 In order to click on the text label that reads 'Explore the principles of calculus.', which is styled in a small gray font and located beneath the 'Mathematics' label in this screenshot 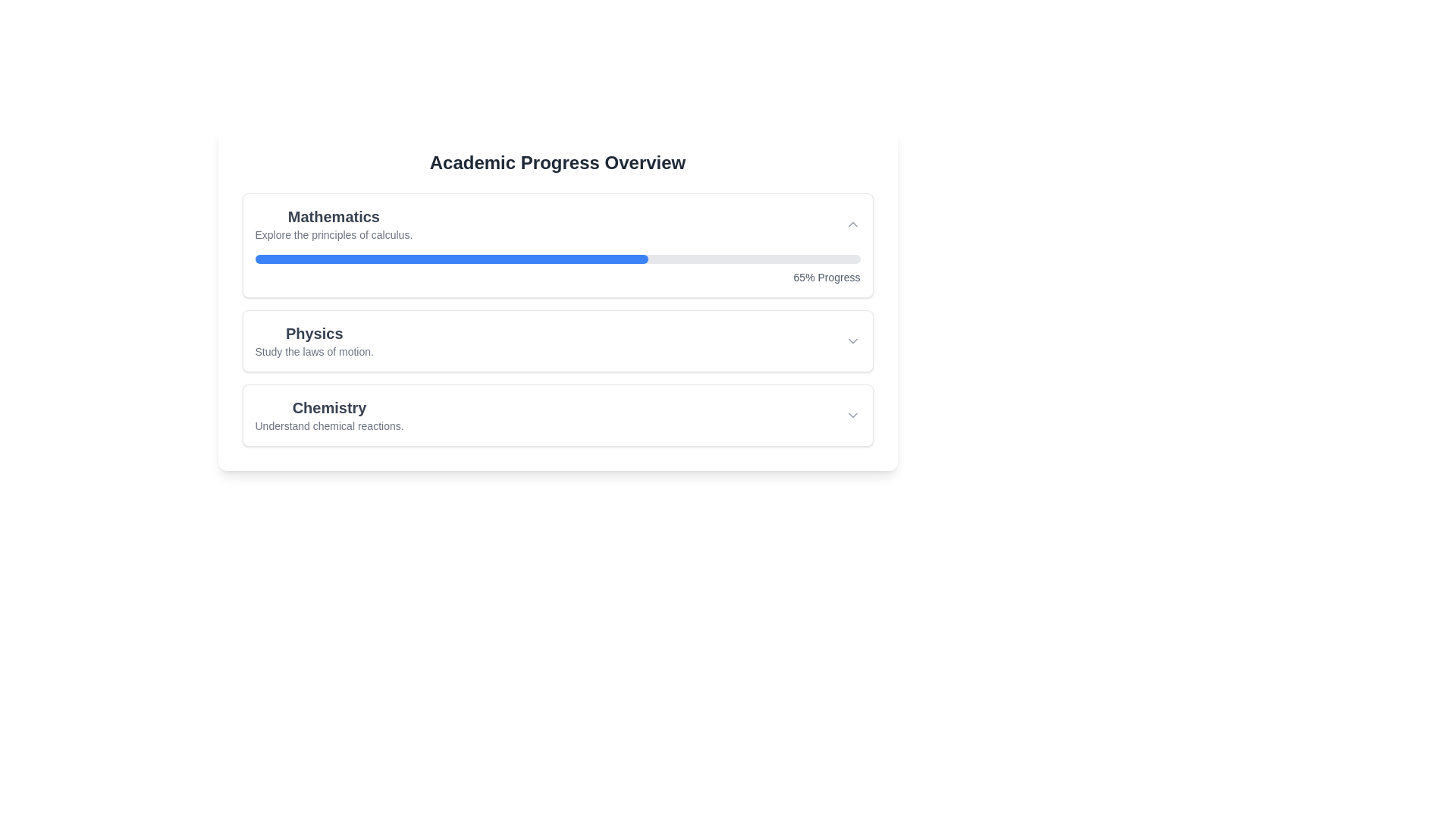, I will do `click(333, 234)`.